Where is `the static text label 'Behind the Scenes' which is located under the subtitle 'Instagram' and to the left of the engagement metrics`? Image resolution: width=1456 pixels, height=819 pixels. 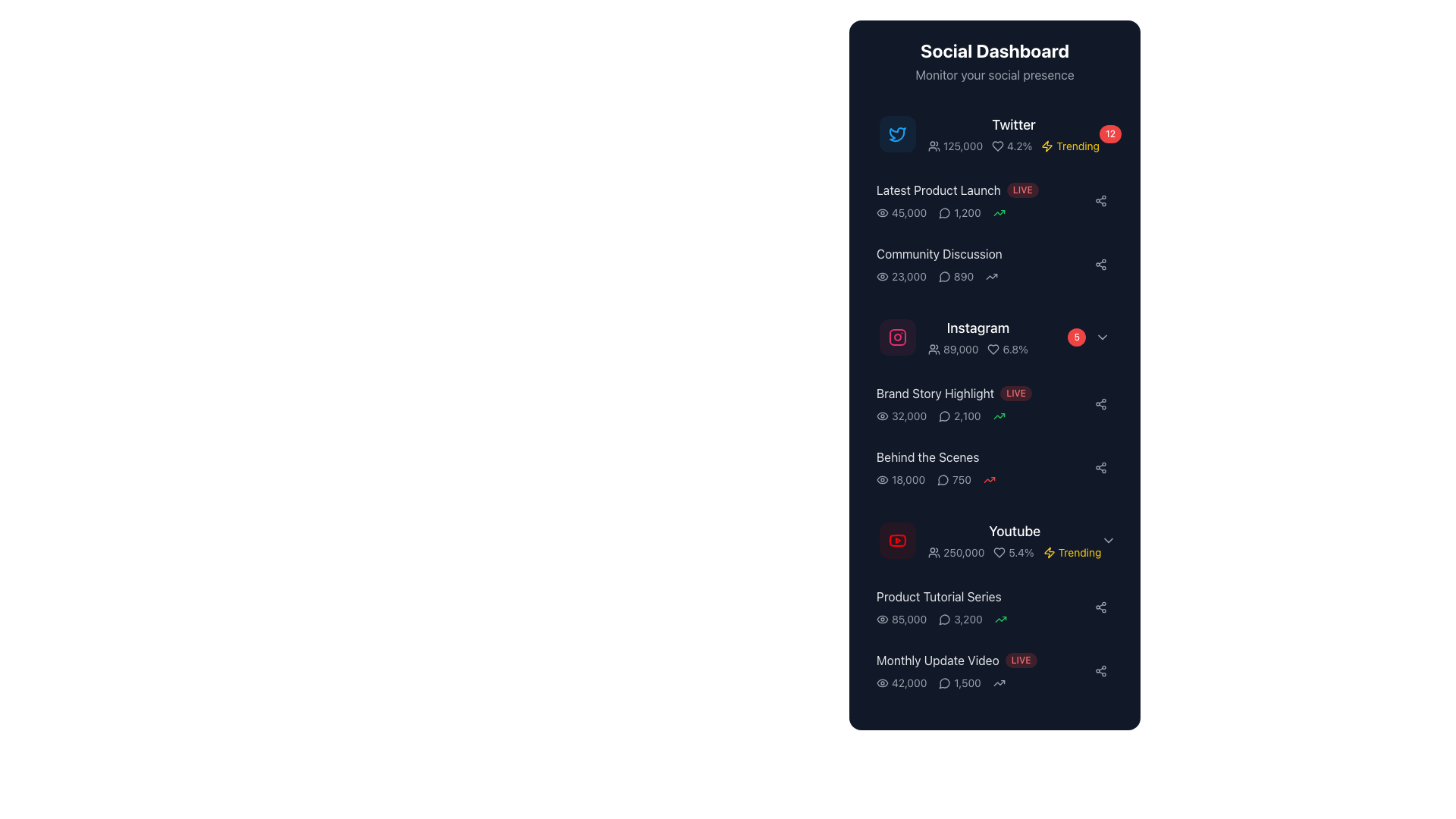 the static text label 'Behind the Scenes' which is located under the subtitle 'Instagram' and to the left of the engagement metrics is located at coordinates (927, 456).